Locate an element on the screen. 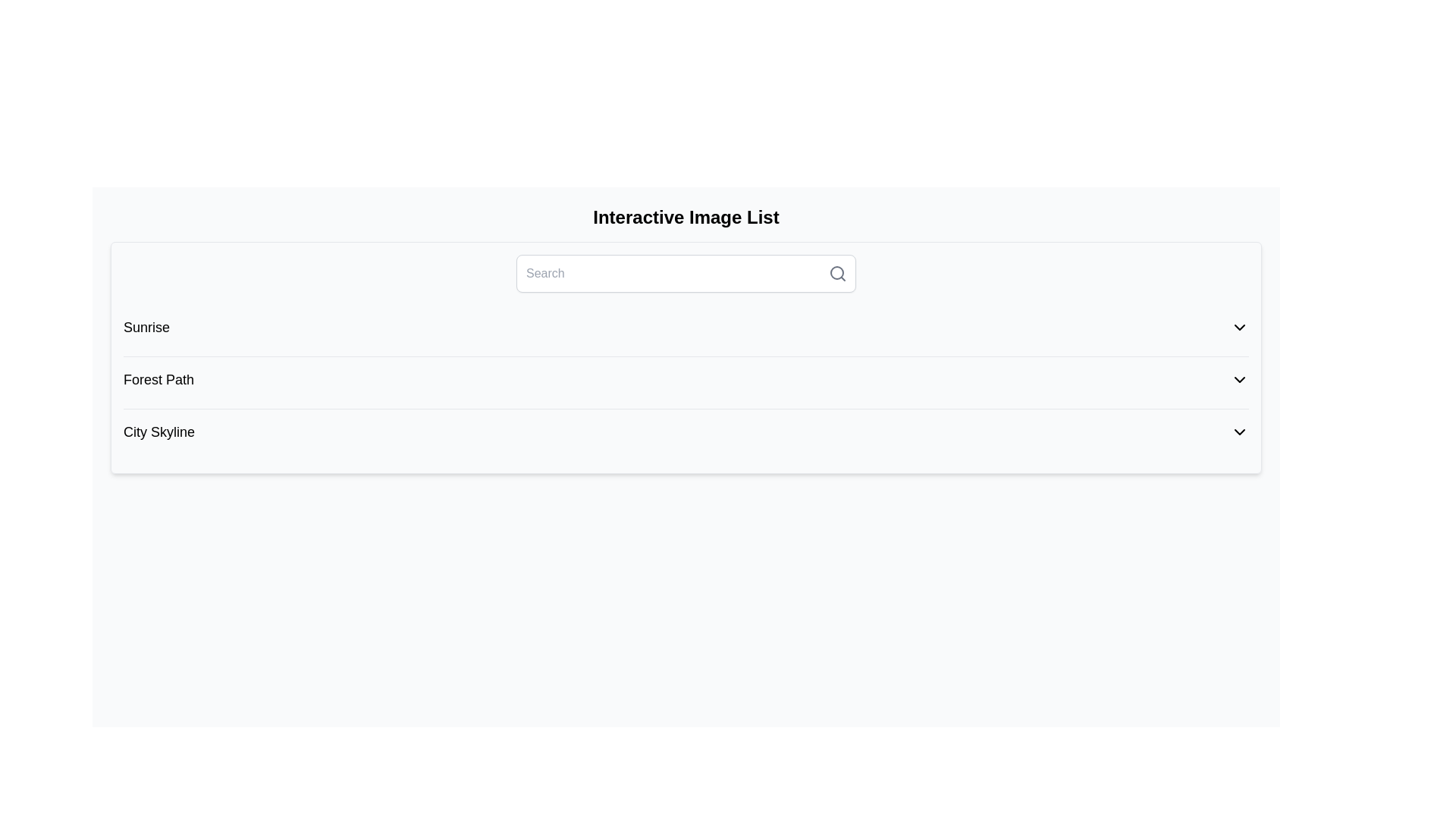  the Chevron Downward Arrow icon located at the extreme right margin of the 'Sunrise' list item is located at coordinates (1240, 327).